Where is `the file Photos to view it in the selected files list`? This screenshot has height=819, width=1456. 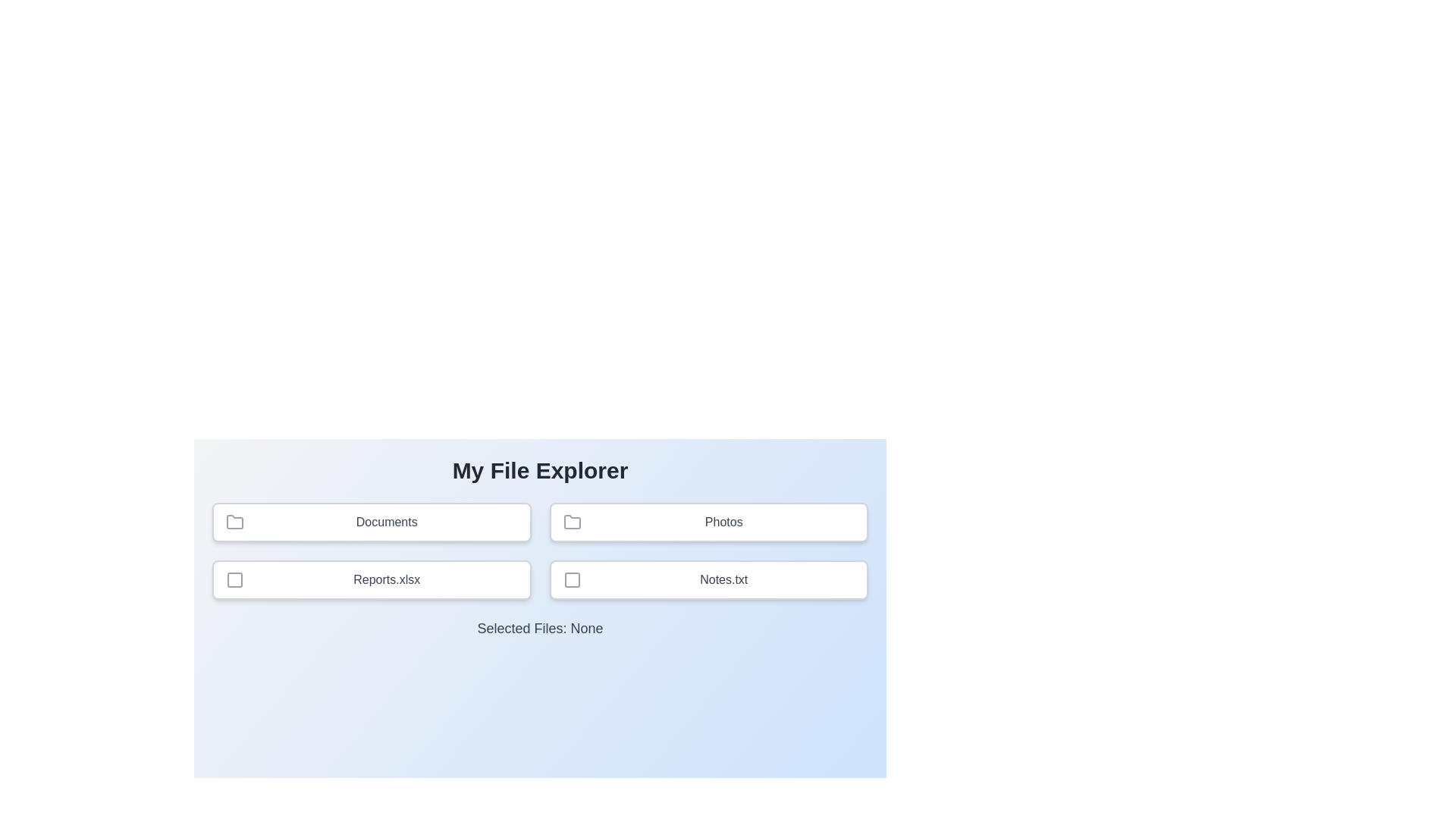 the file Photos to view it in the selected files list is located at coordinates (708, 522).